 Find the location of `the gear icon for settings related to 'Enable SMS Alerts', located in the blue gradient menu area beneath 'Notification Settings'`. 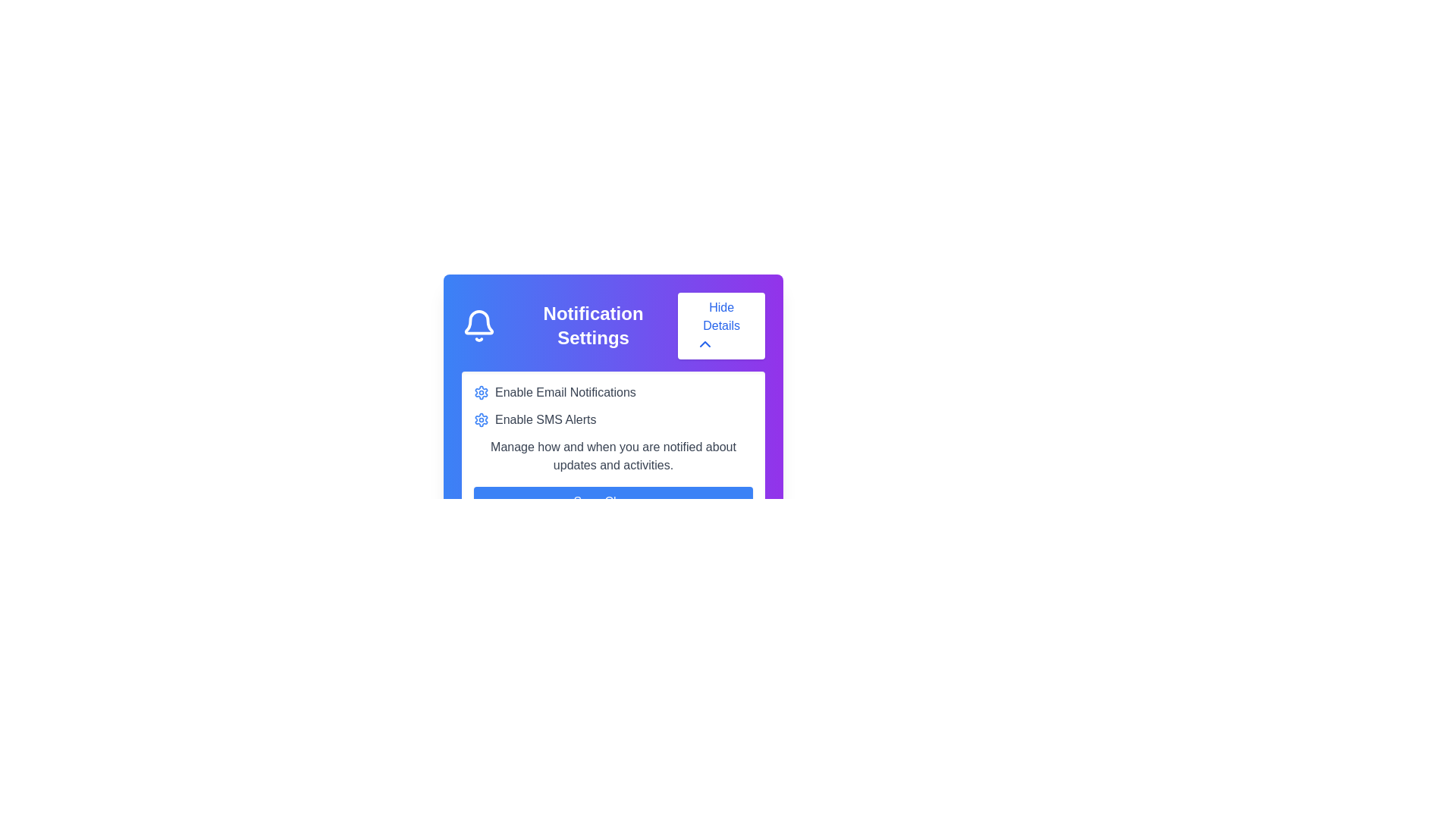

the gear icon for settings related to 'Enable SMS Alerts', located in the blue gradient menu area beneath 'Notification Settings' is located at coordinates (480, 391).